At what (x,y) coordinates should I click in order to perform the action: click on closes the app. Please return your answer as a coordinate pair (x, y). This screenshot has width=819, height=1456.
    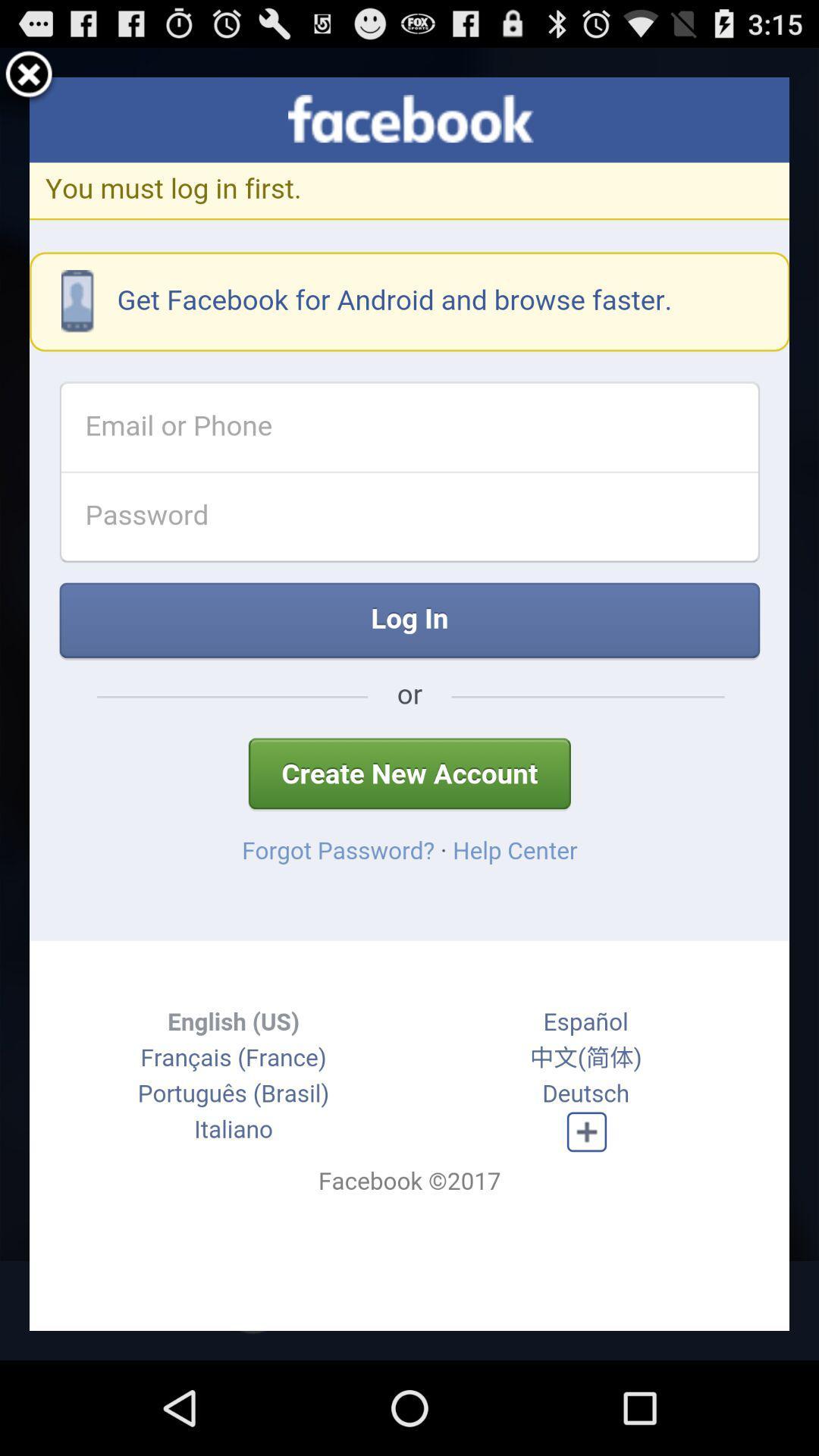
    Looking at the image, I should click on (29, 76).